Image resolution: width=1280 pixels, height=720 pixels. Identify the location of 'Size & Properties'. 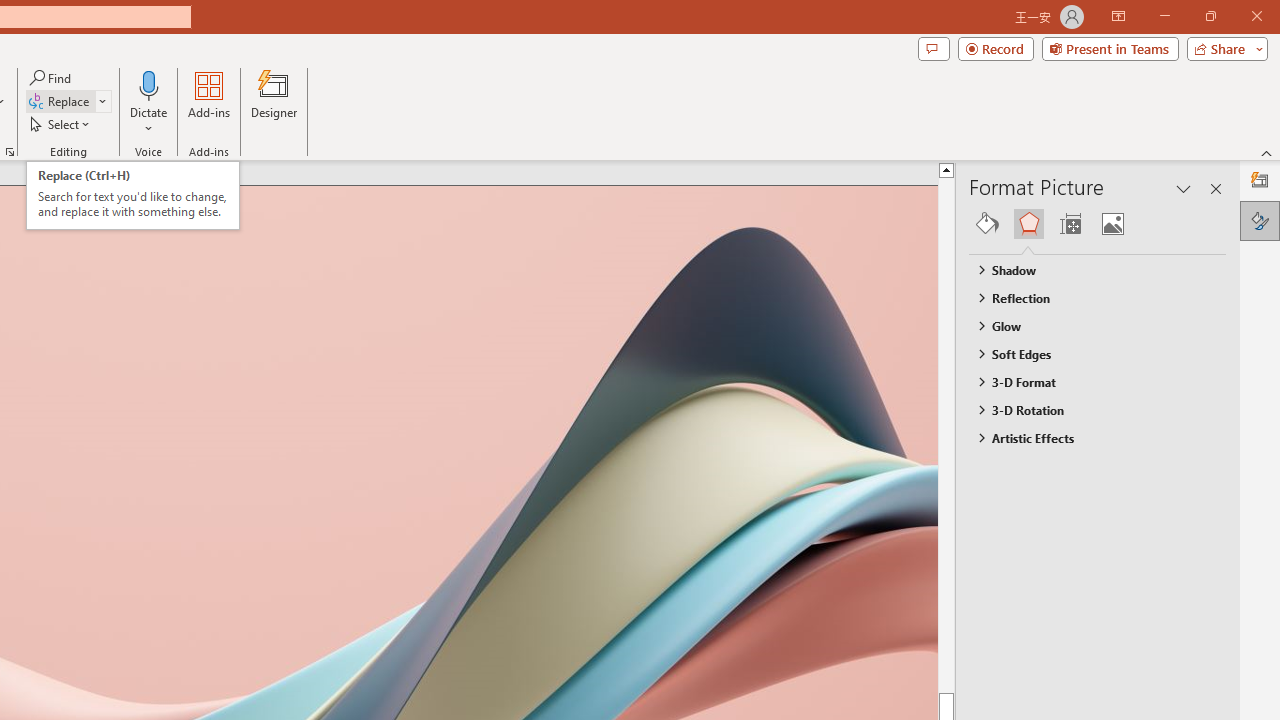
(1069, 223).